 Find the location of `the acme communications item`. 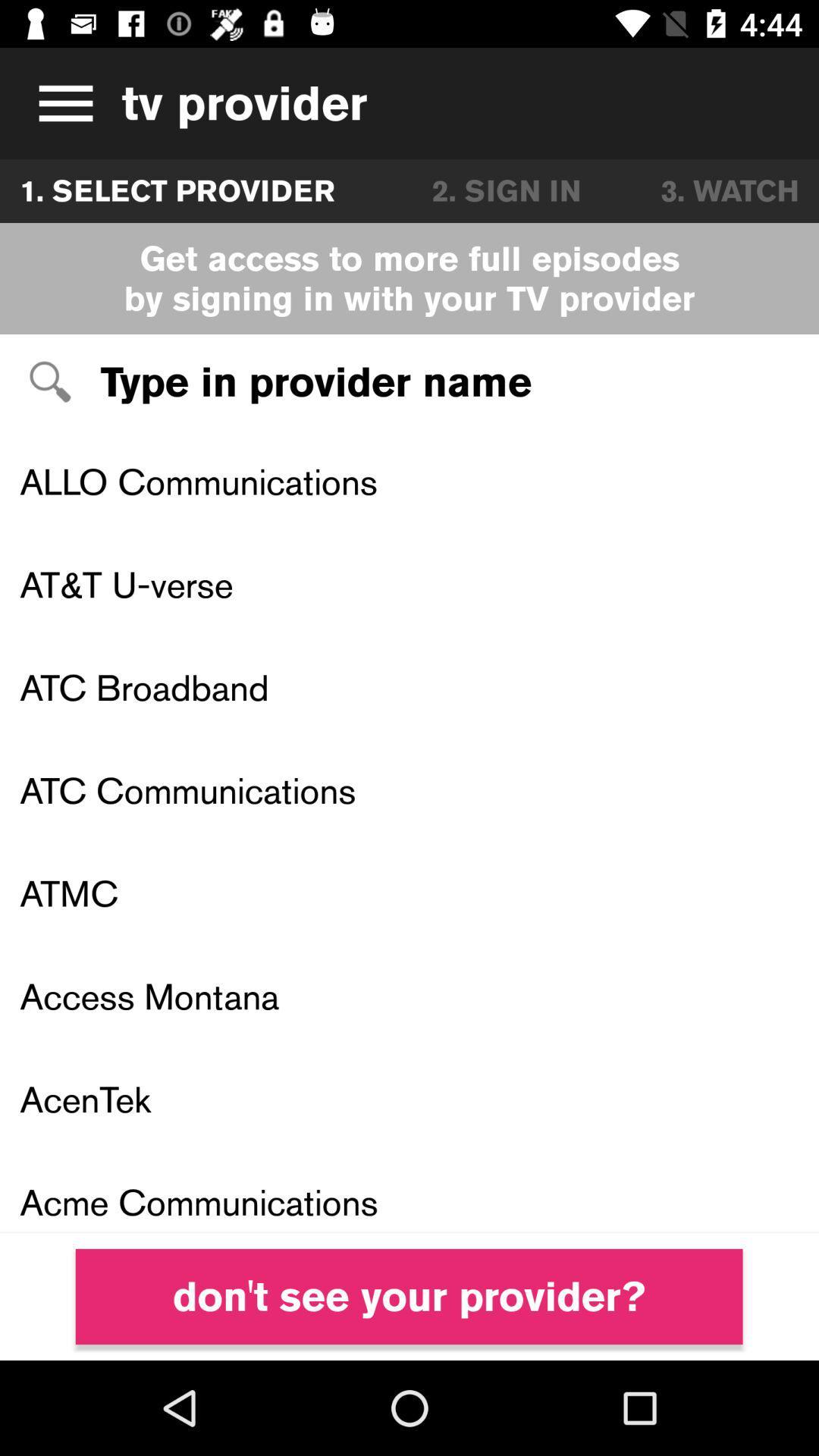

the acme communications item is located at coordinates (409, 1191).